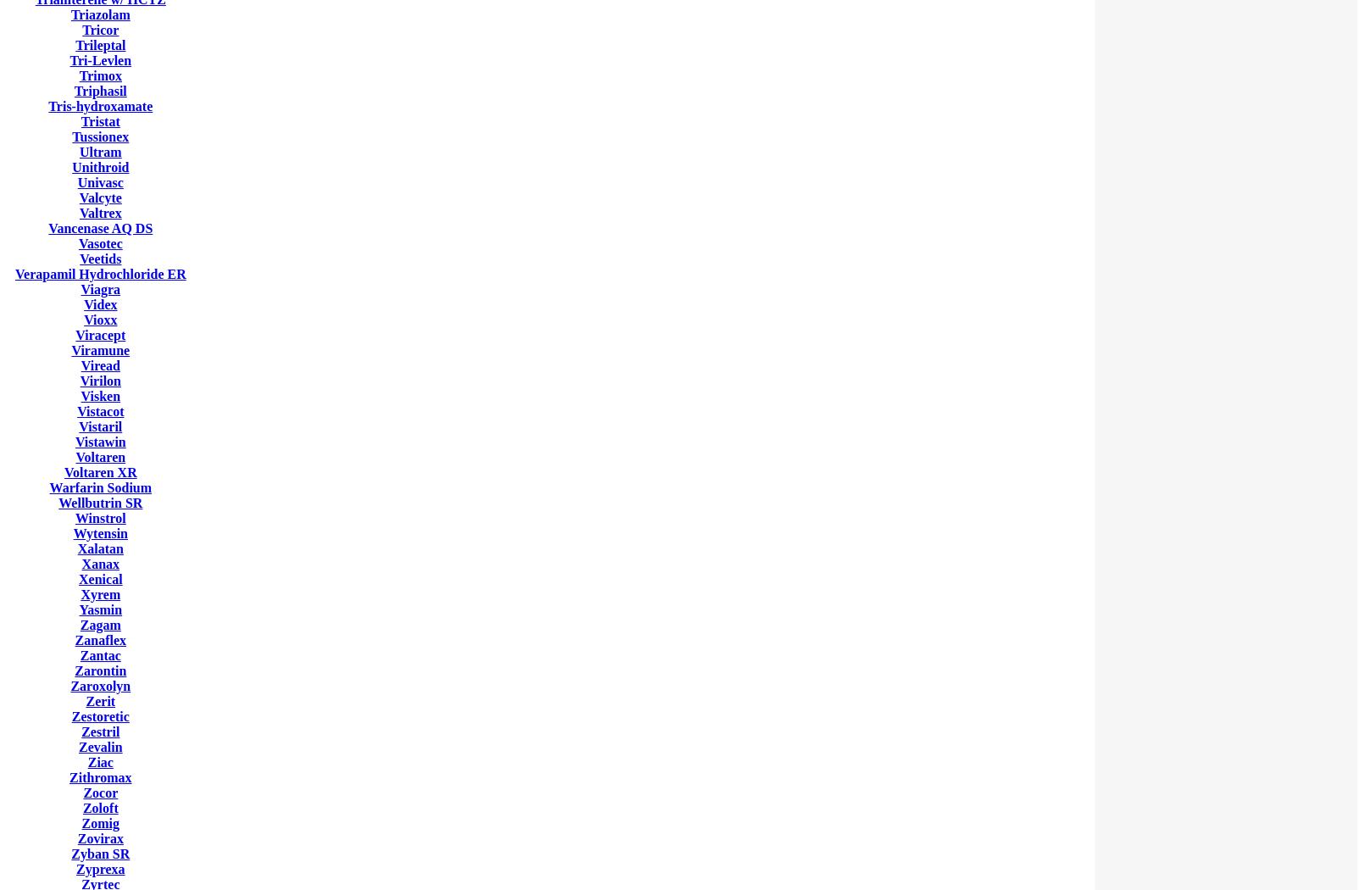 The width and height of the screenshot is (1372, 890). I want to click on 'Zestoretic', so click(100, 716).